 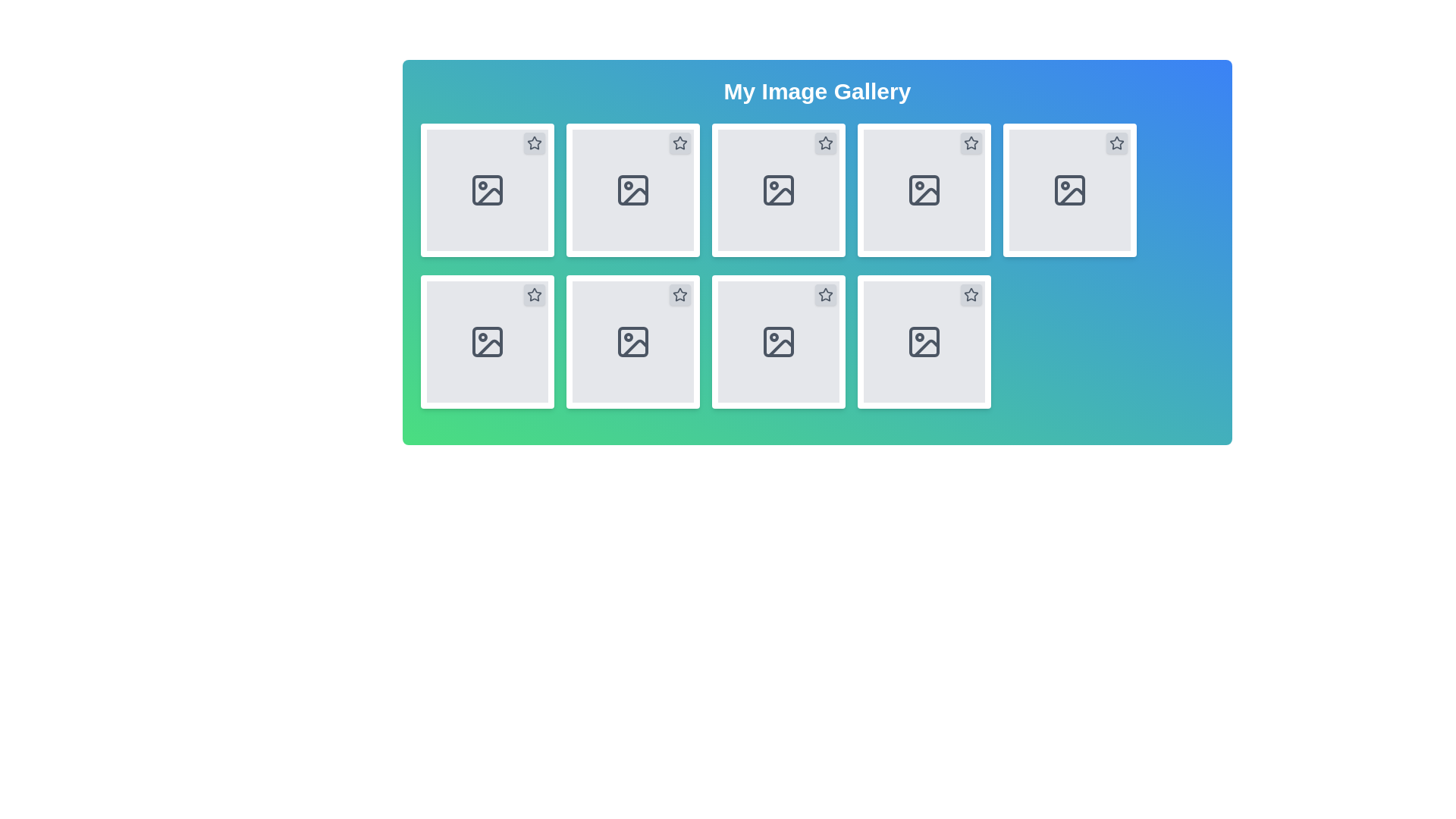 What do you see at coordinates (679, 143) in the screenshot?
I see `the star-shaped icon located at the top right corner of the gallery item in the second column of the top row` at bounding box center [679, 143].